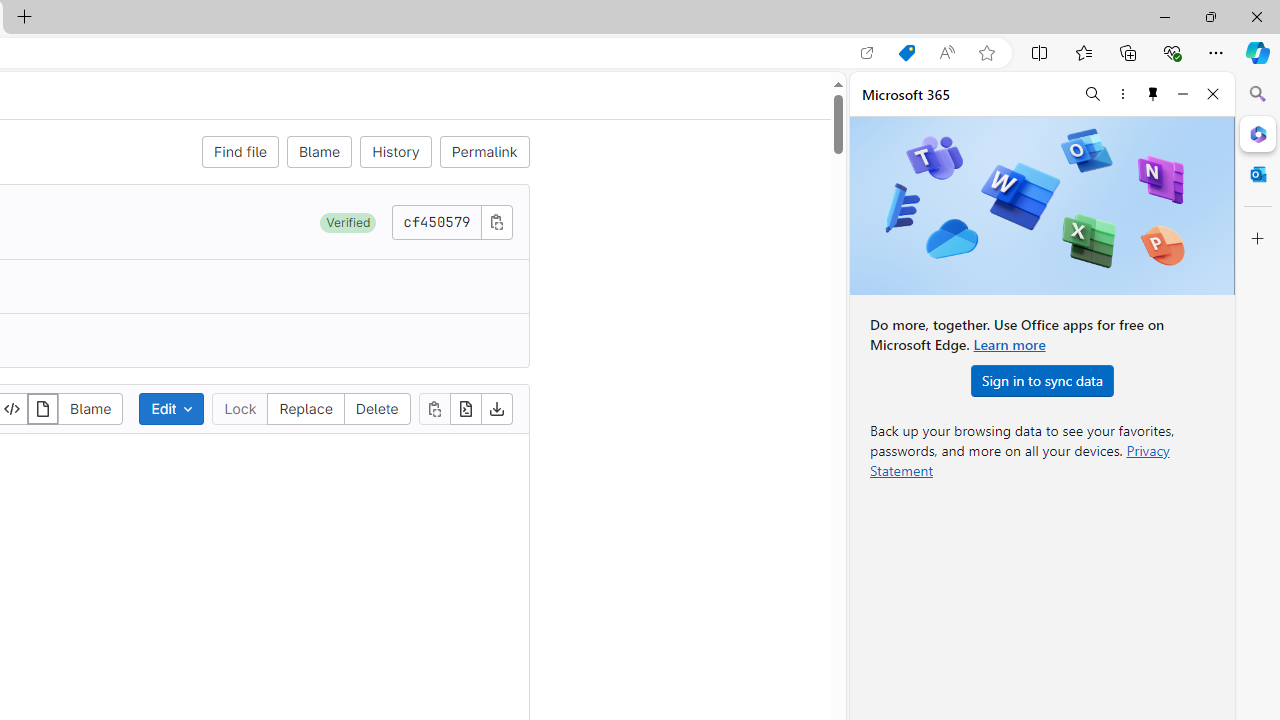  I want to click on 'Privacy Statement', so click(1020, 460).